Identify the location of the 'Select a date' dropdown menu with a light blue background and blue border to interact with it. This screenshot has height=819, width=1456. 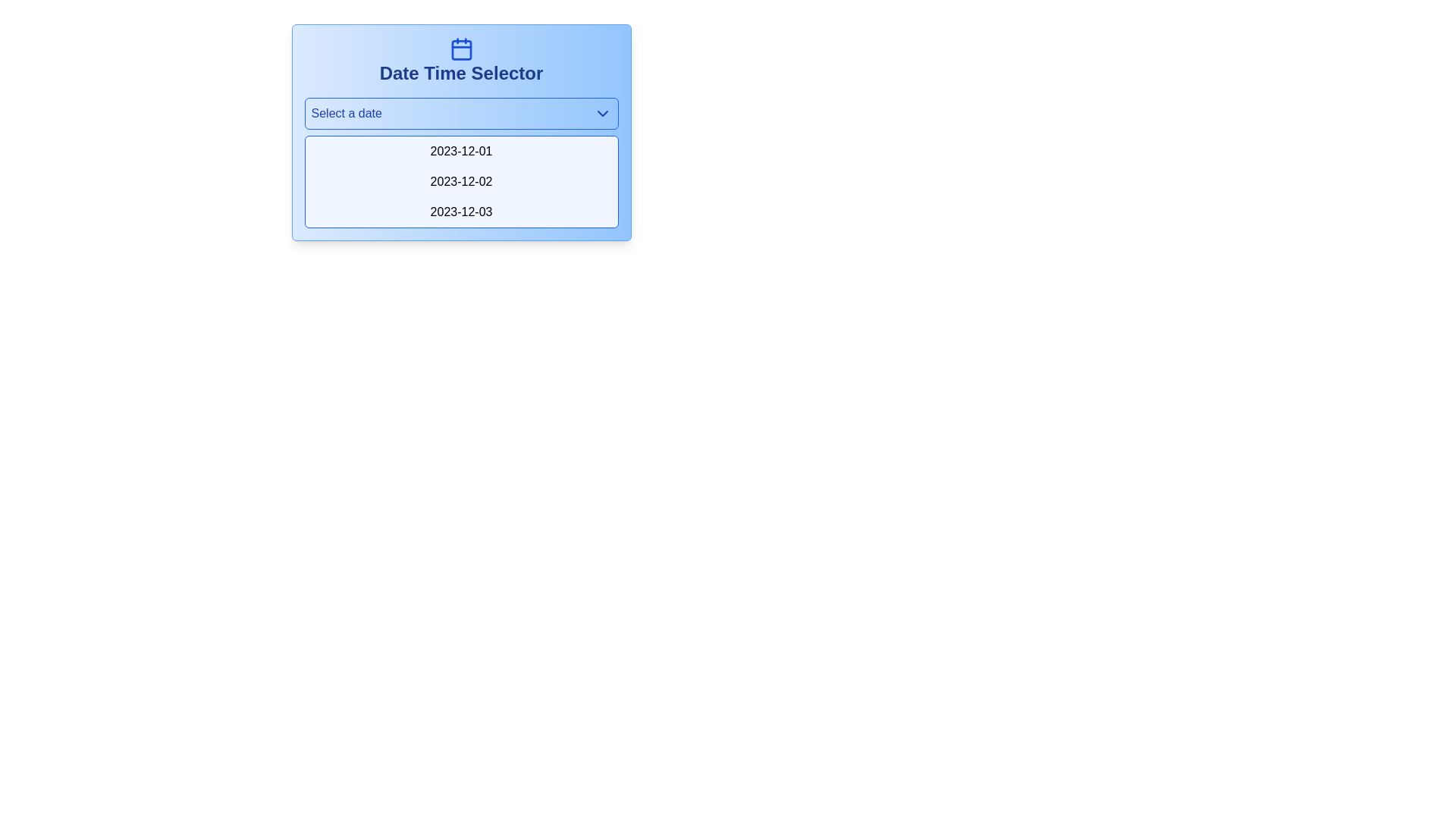
(460, 113).